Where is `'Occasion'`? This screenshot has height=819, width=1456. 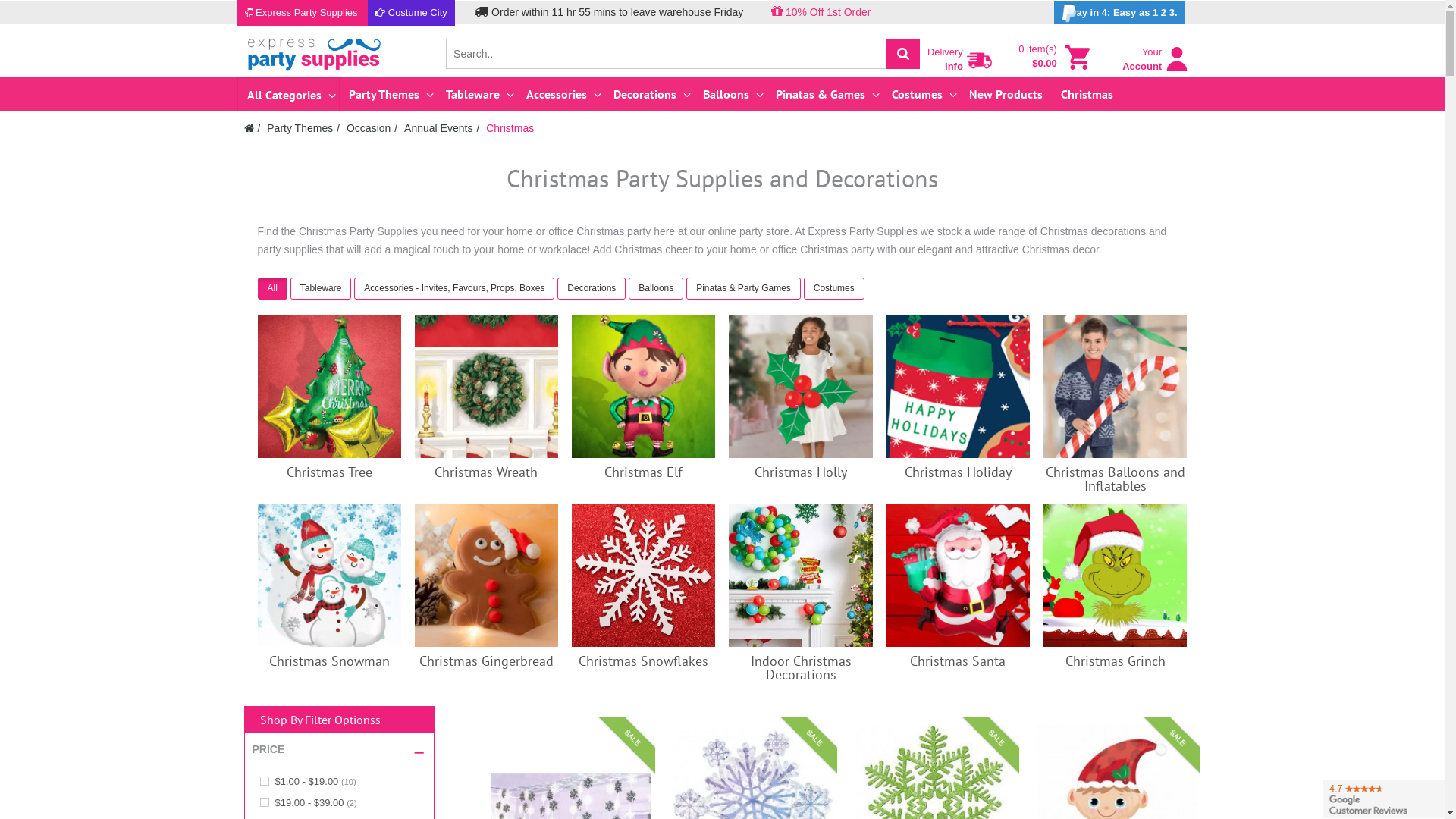
'Occasion' is located at coordinates (345, 127).